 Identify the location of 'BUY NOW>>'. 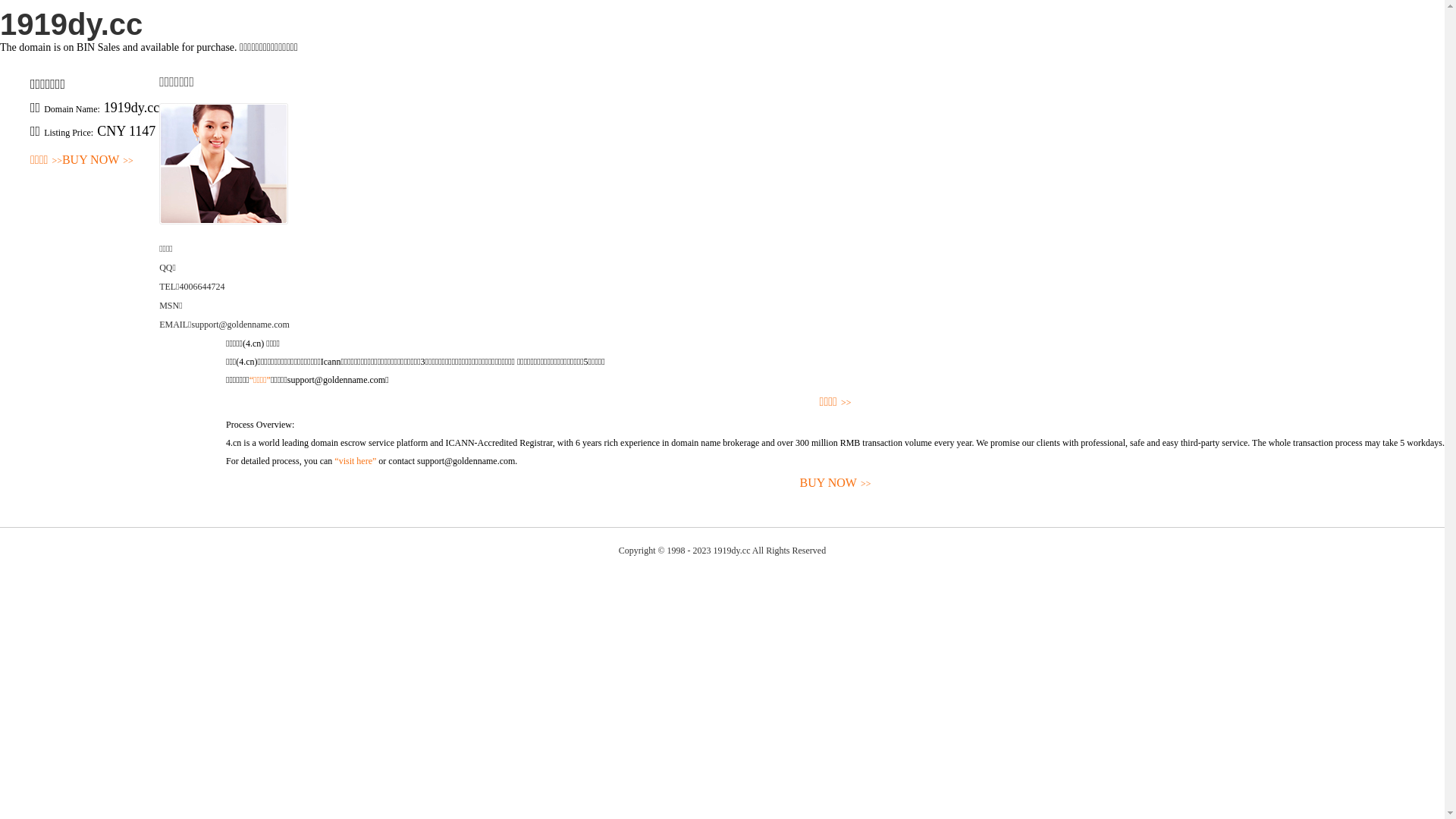
(834, 483).